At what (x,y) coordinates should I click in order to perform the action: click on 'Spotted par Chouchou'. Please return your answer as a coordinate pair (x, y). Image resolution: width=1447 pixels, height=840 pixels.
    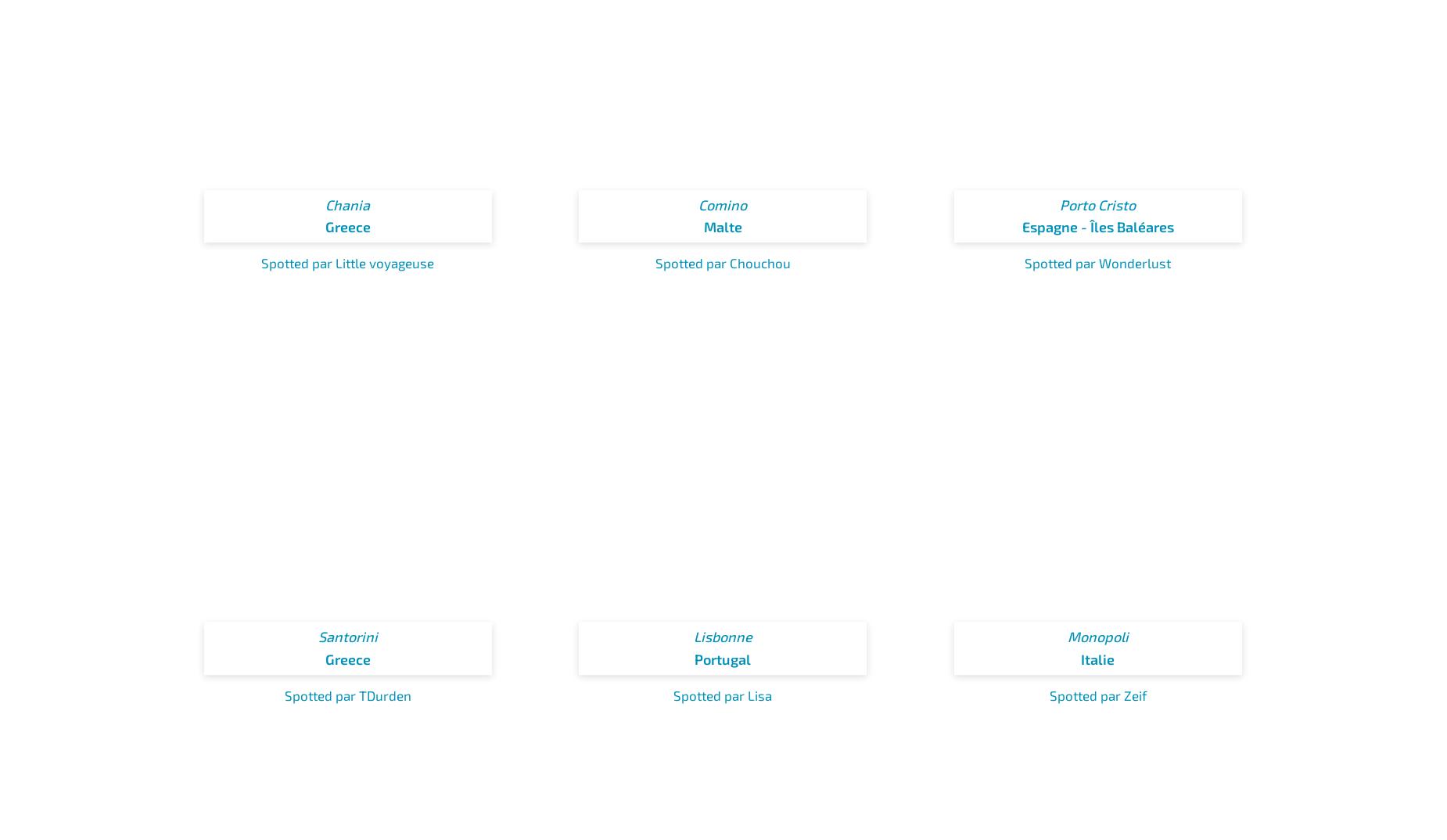
    Looking at the image, I should click on (722, 261).